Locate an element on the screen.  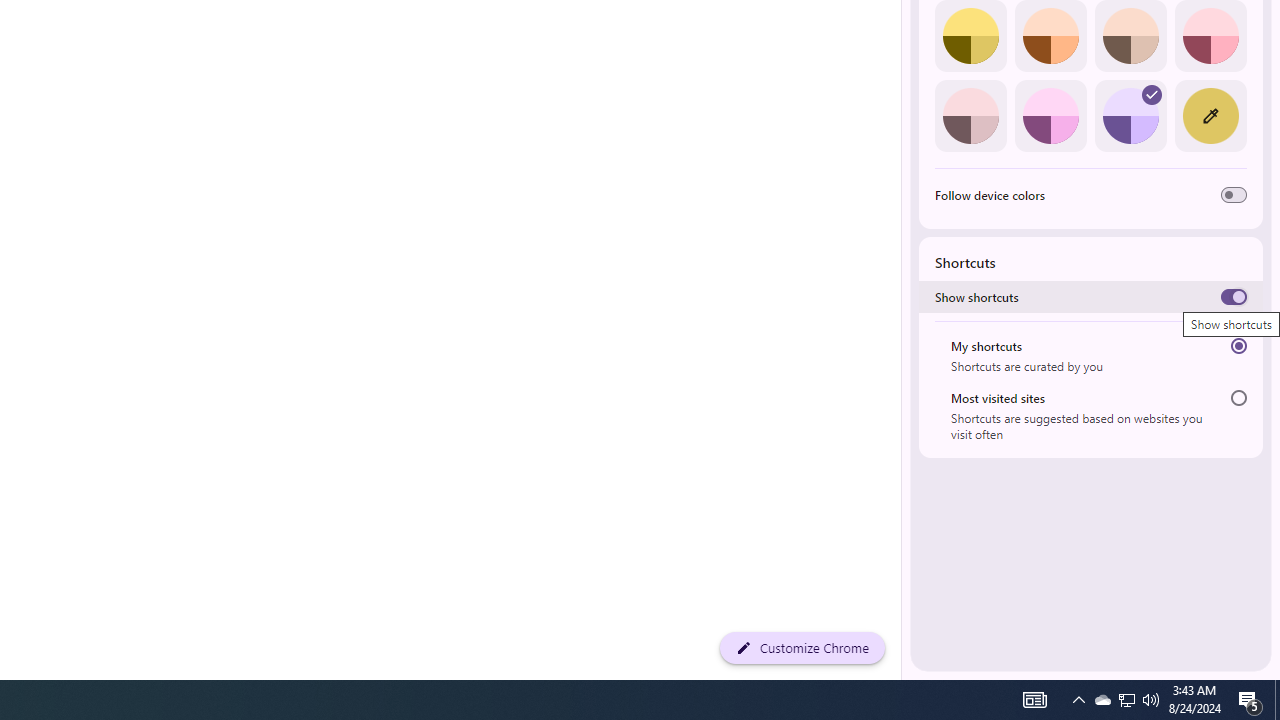
'Rose' is located at coordinates (1209, 36).